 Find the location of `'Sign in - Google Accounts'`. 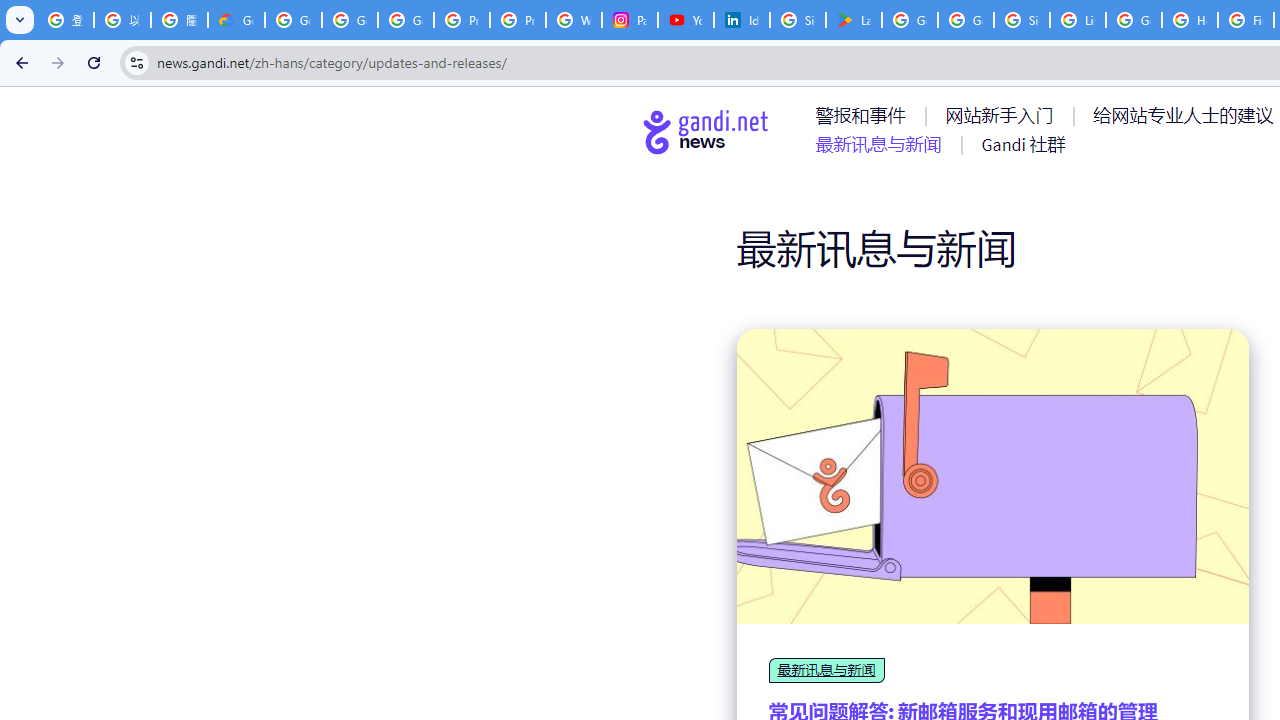

'Sign in - Google Accounts' is located at coordinates (1022, 20).